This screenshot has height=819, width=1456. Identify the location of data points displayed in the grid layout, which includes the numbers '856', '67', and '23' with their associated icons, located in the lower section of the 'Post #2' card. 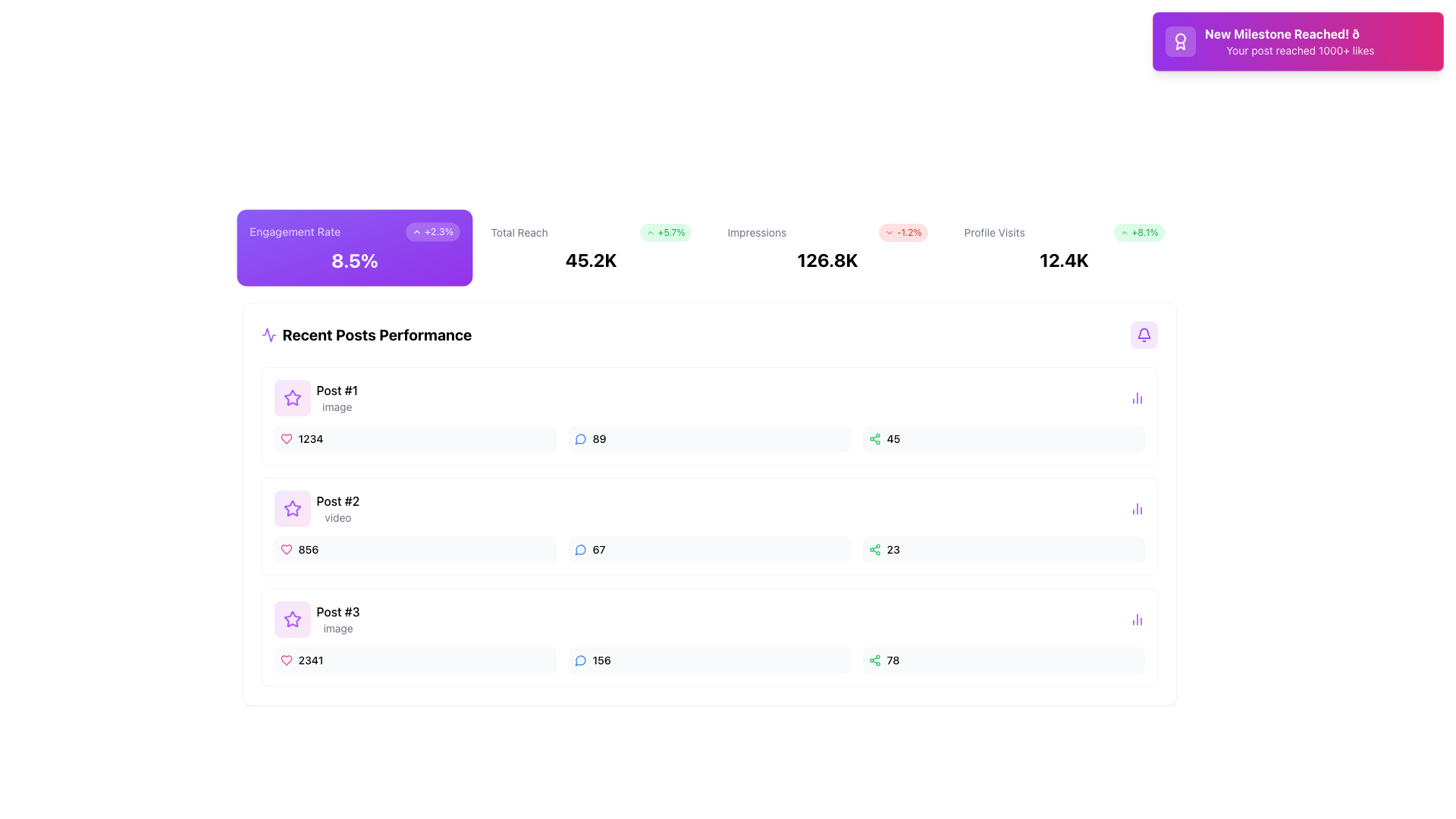
(708, 550).